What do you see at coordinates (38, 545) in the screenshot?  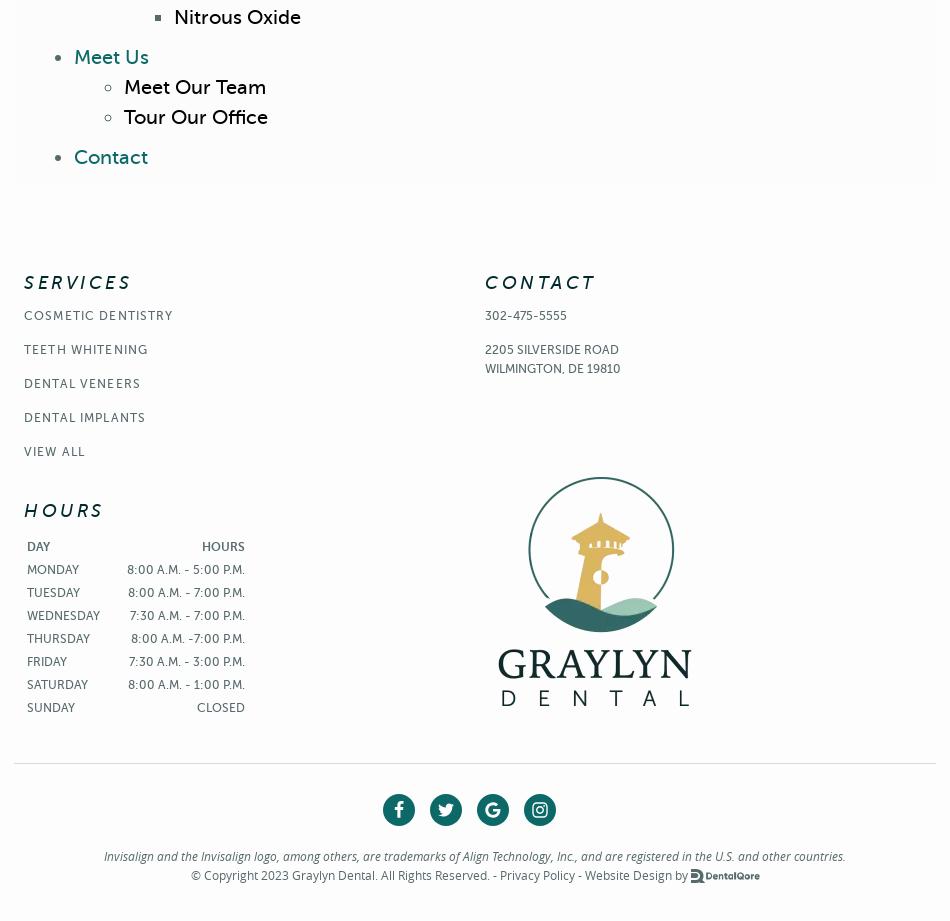 I see `'Day'` at bounding box center [38, 545].